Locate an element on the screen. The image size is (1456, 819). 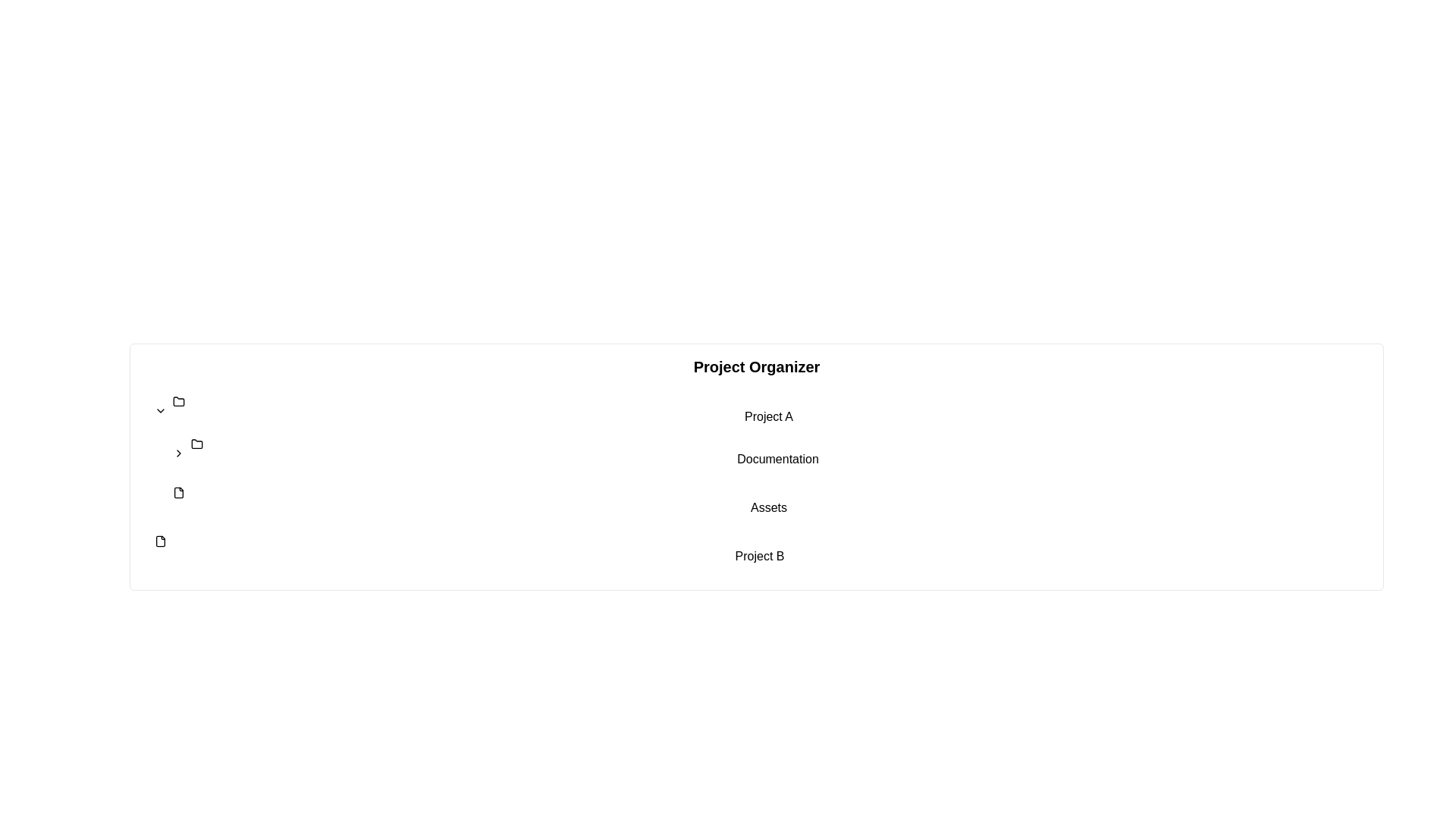
the chevron icon next to the 'Documentation' text in the vertical navigation panel is located at coordinates (178, 452).